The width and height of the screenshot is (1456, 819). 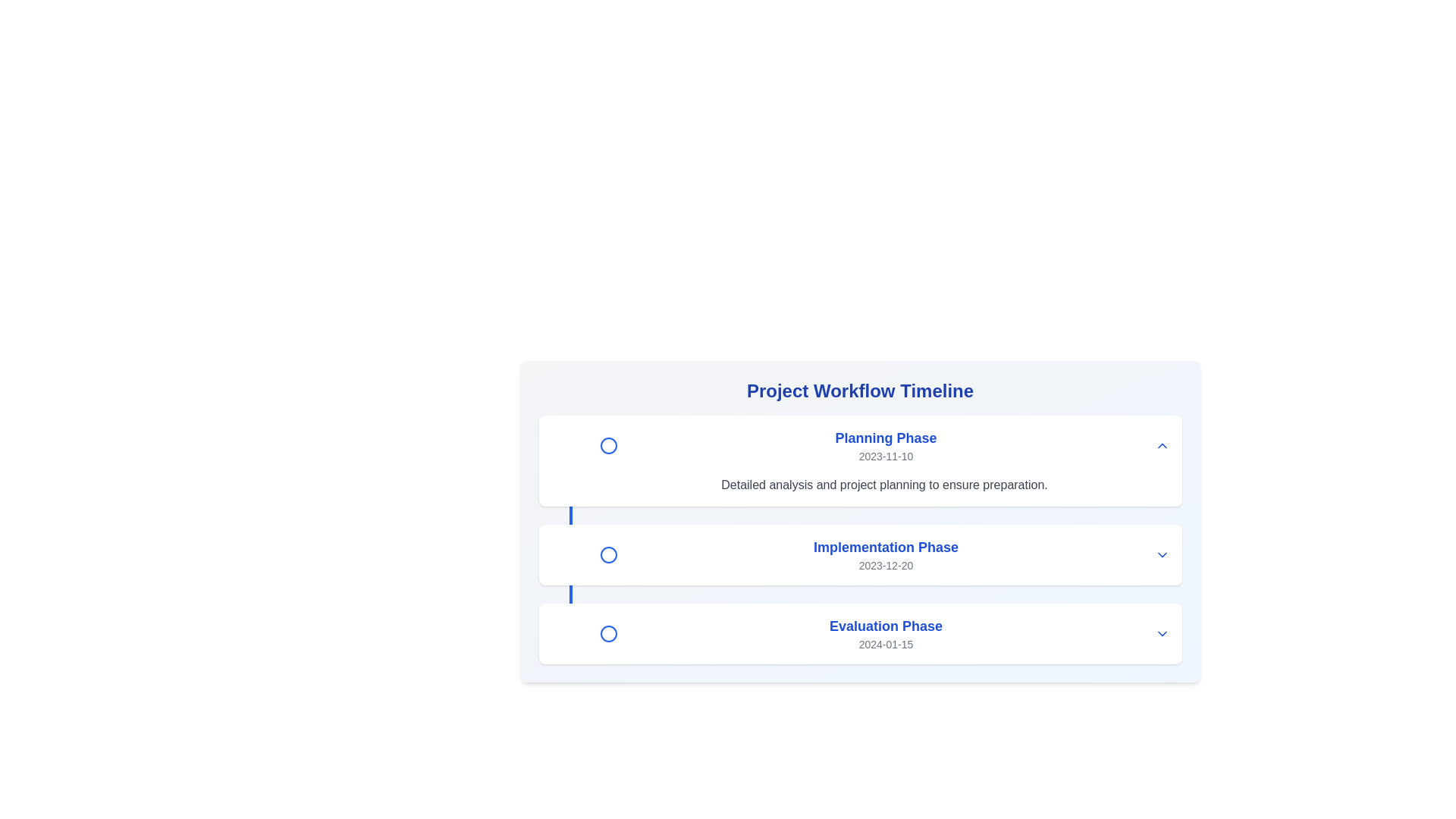 What do you see at coordinates (608, 555) in the screenshot?
I see `the visual indicator icon that denotes a step in a process, positioned to the left of the 'Implementation Phase' text` at bounding box center [608, 555].